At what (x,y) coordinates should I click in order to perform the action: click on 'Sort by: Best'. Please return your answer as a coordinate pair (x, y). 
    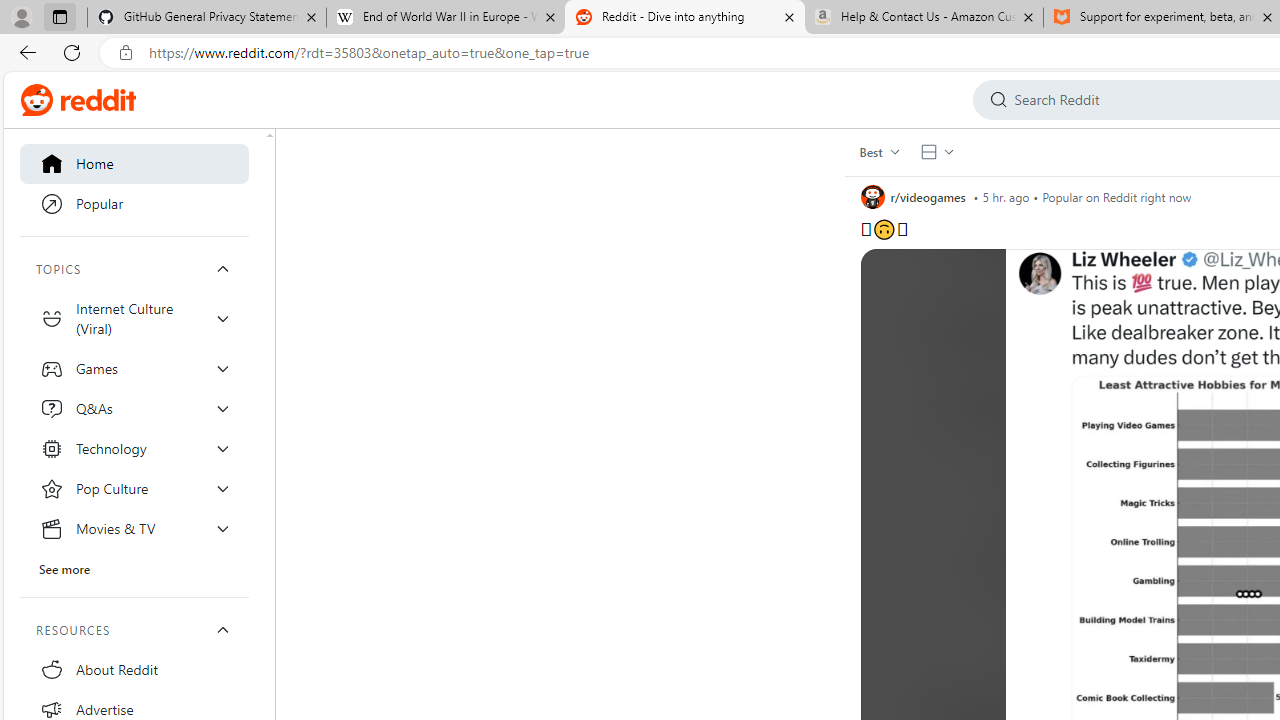
    Looking at the image, I should click on (878, 150).